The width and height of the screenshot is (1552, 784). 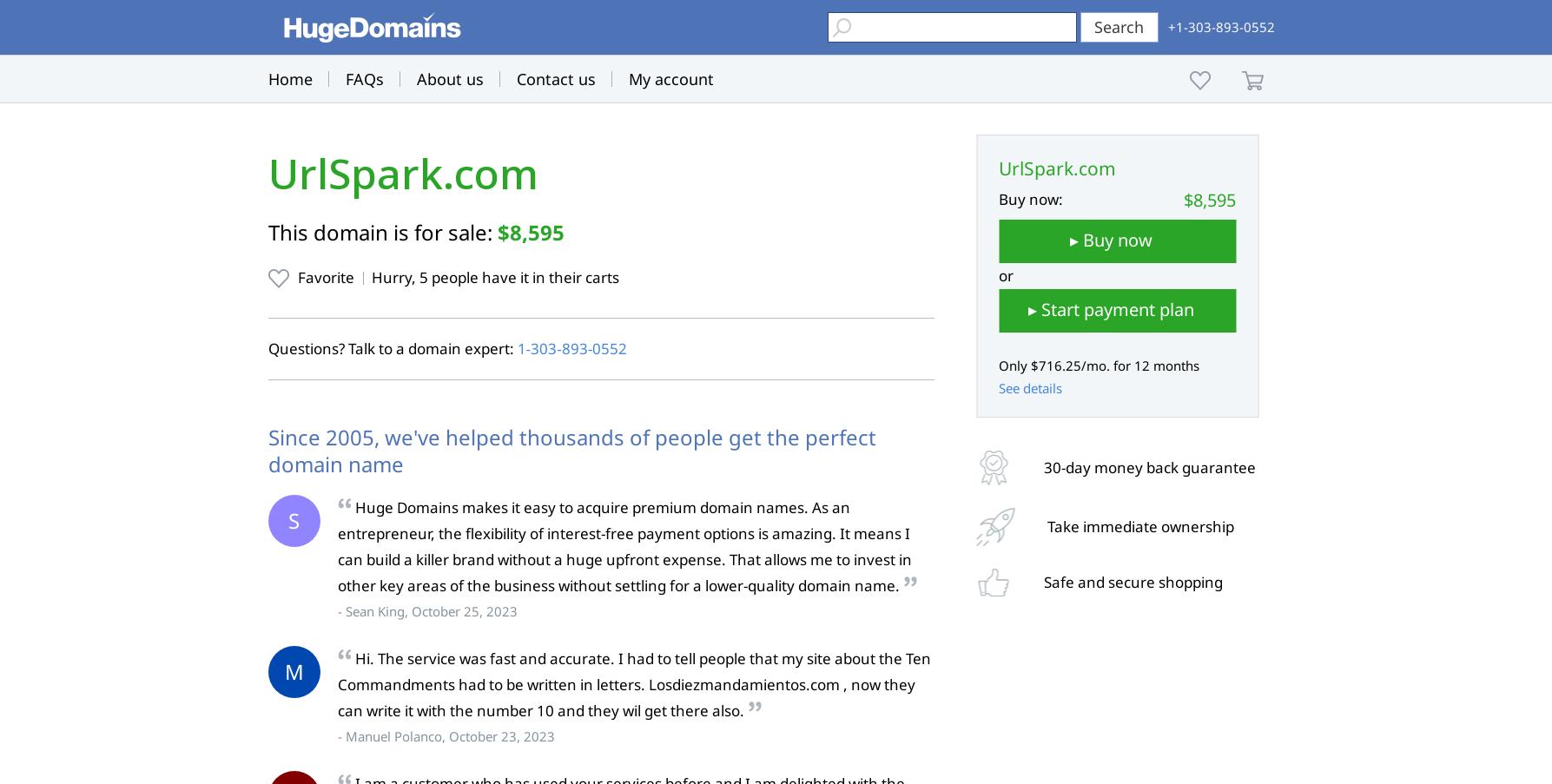 What do you see at coordinates (292, 671) in the screenshot?
I see `'M'` at bounding box center [292, 671].